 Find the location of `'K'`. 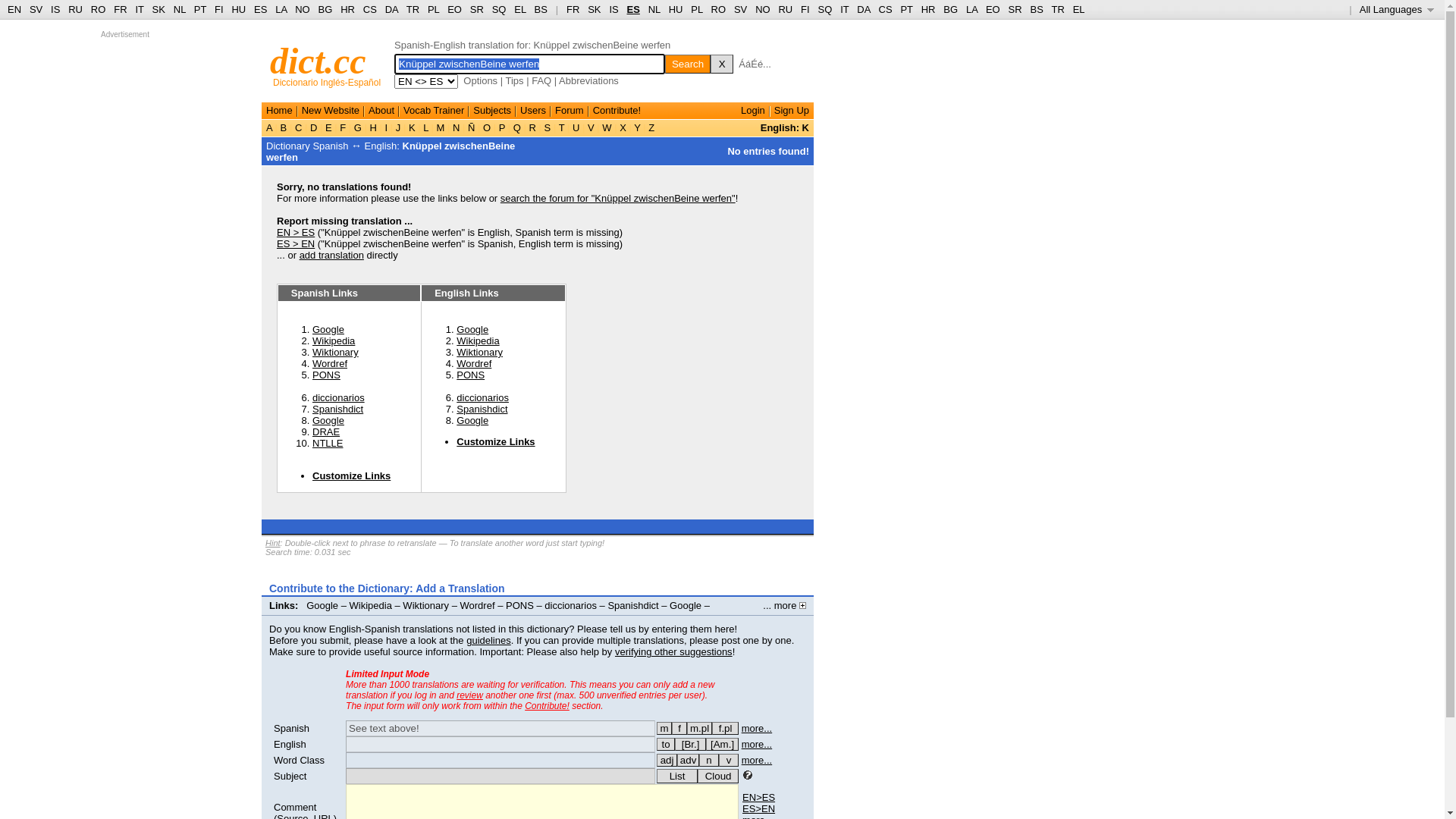

'K' is located at coordinates (411, 127).